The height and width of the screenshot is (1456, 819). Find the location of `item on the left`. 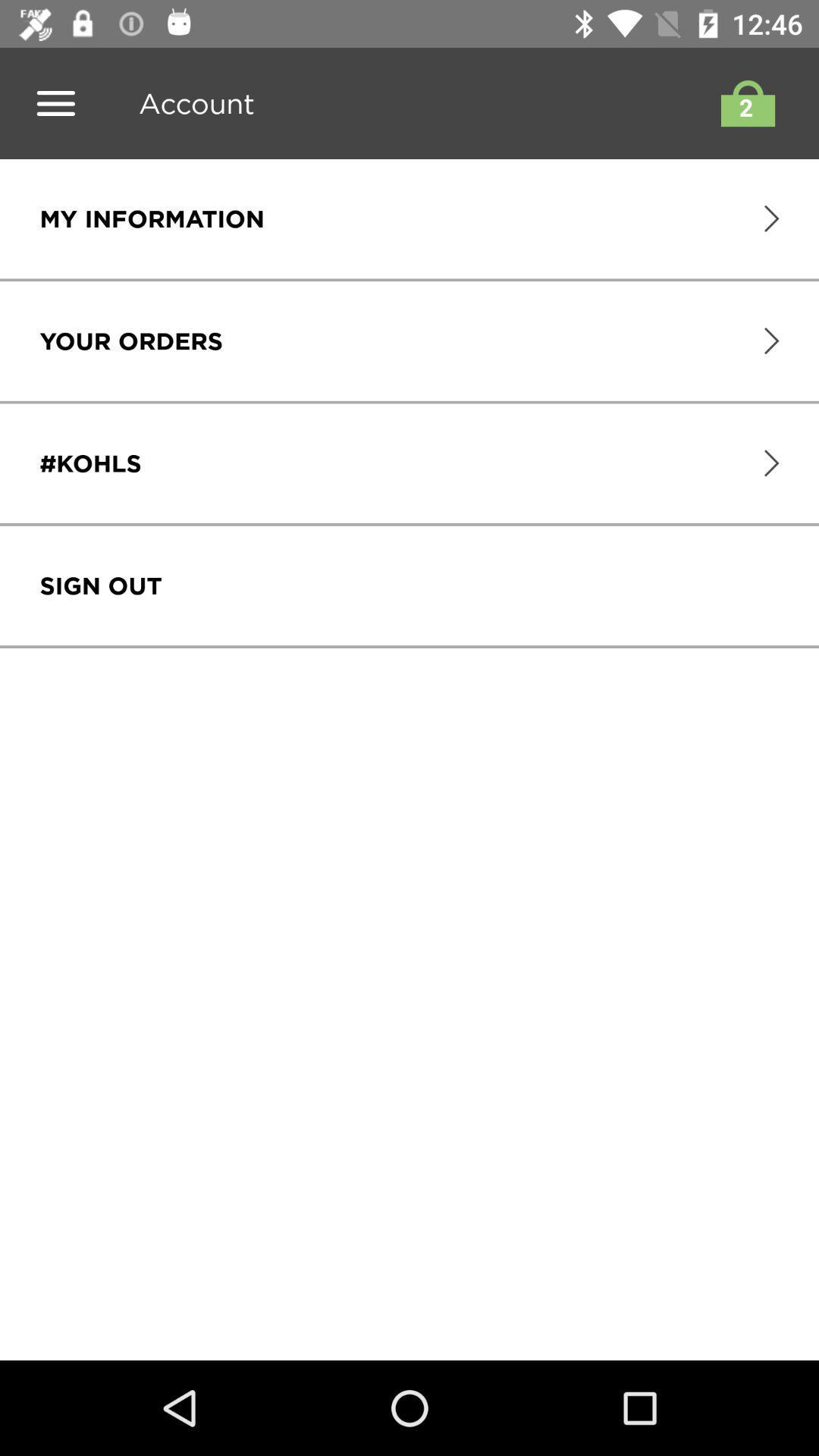

item on the left is located at coordinates (101, 585).